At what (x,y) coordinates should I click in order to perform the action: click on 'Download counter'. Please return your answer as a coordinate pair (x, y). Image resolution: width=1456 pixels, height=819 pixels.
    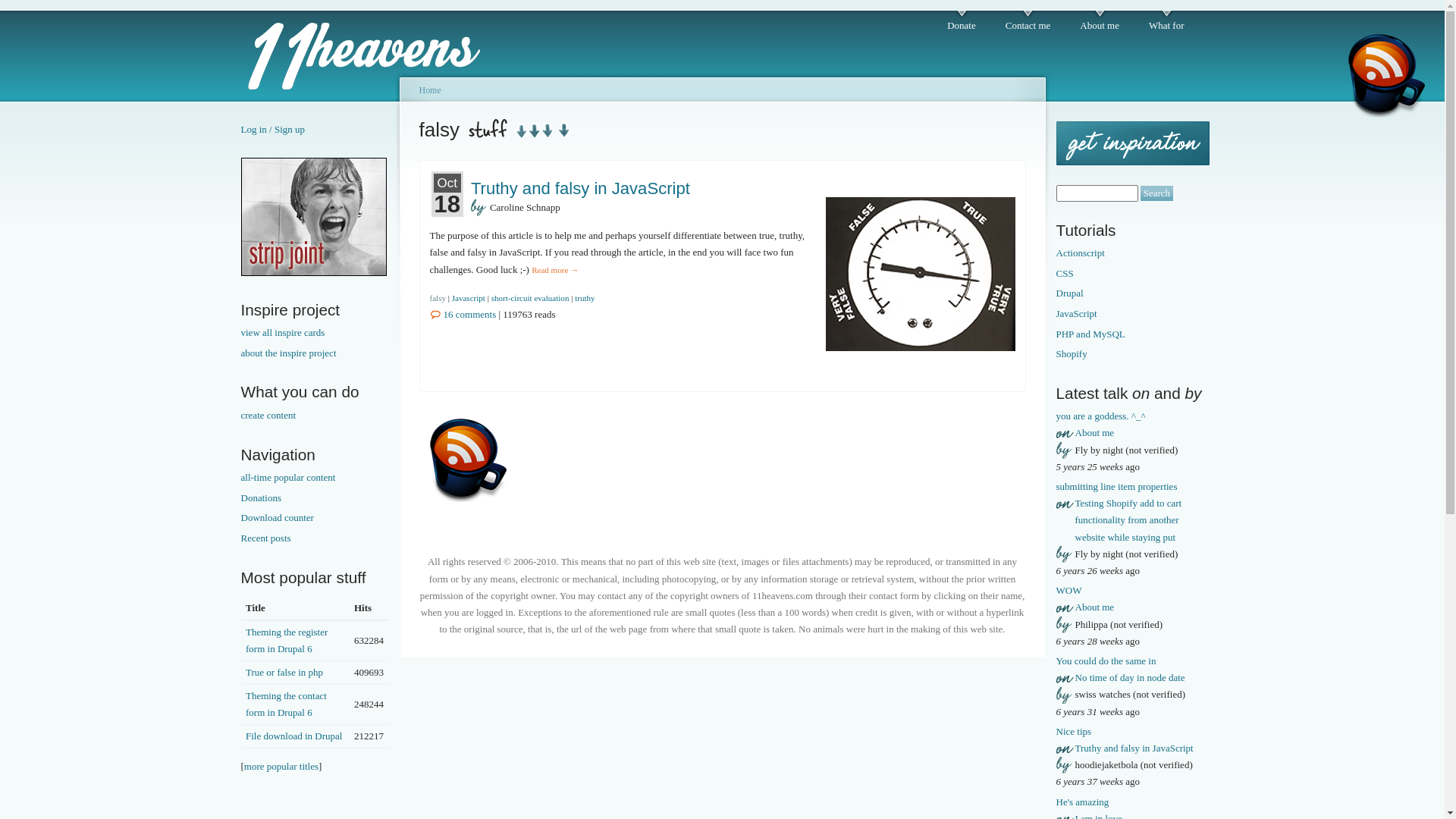
    Looking at the image, I should click on (314, 516).